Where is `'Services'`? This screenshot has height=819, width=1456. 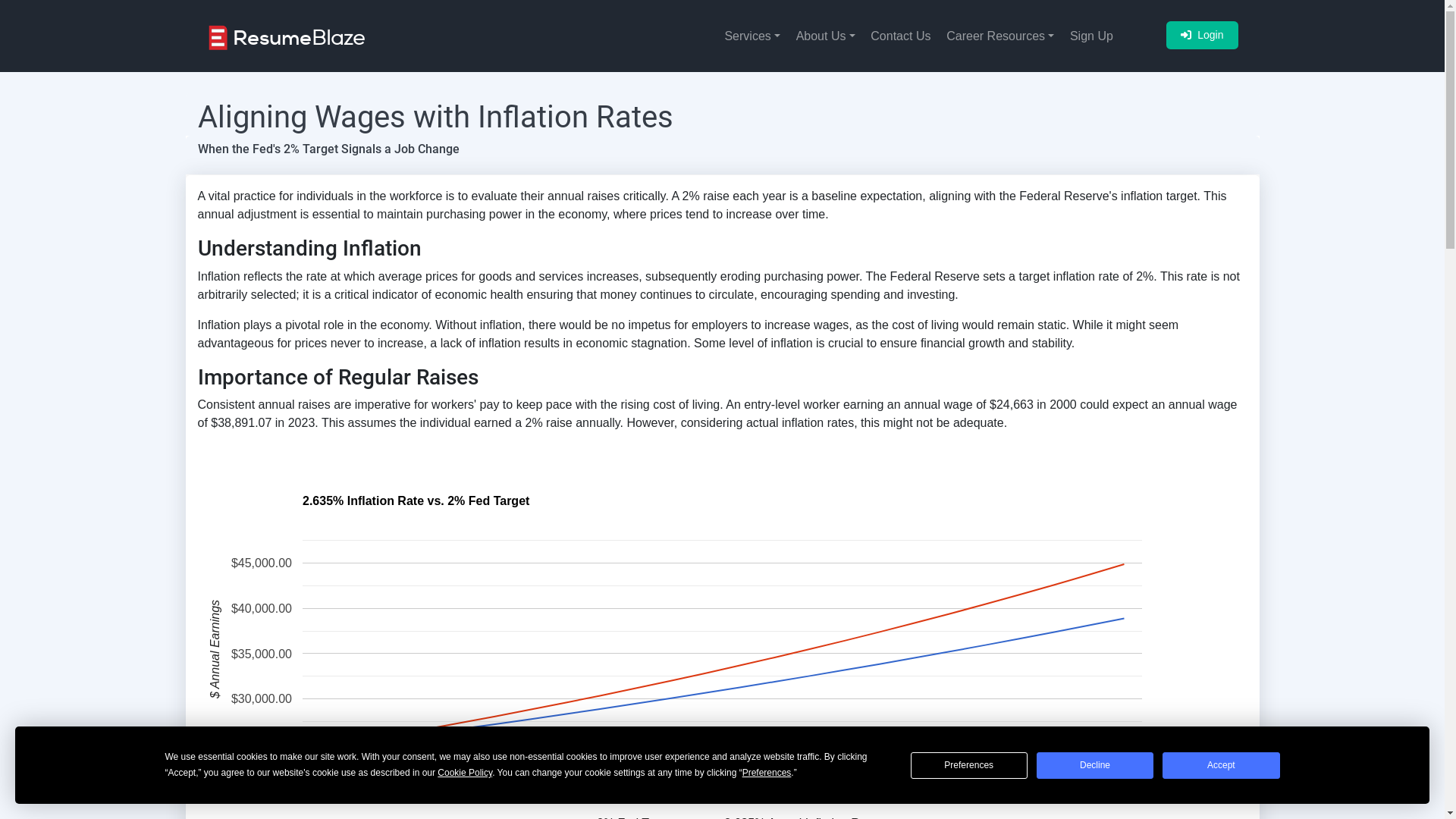 'Services' is located at coordinates (709, 35).